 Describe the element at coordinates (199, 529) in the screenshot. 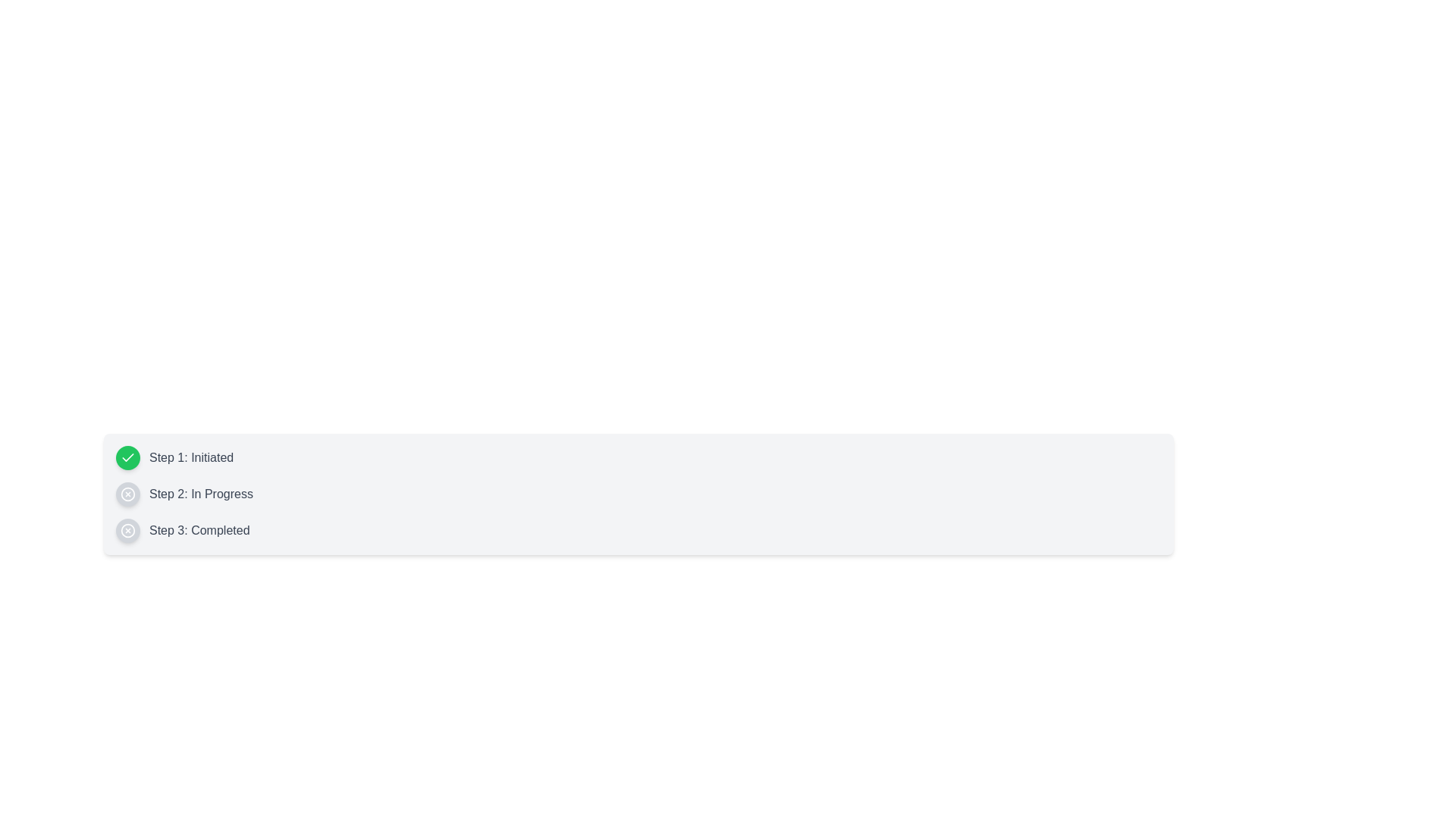

I see `the static text label that reads 'Step 3: Completed', which is styled in gray and aligned within a horizontal list of steps, positioned to the right of a circular icon with a cross mark inside` at that location.